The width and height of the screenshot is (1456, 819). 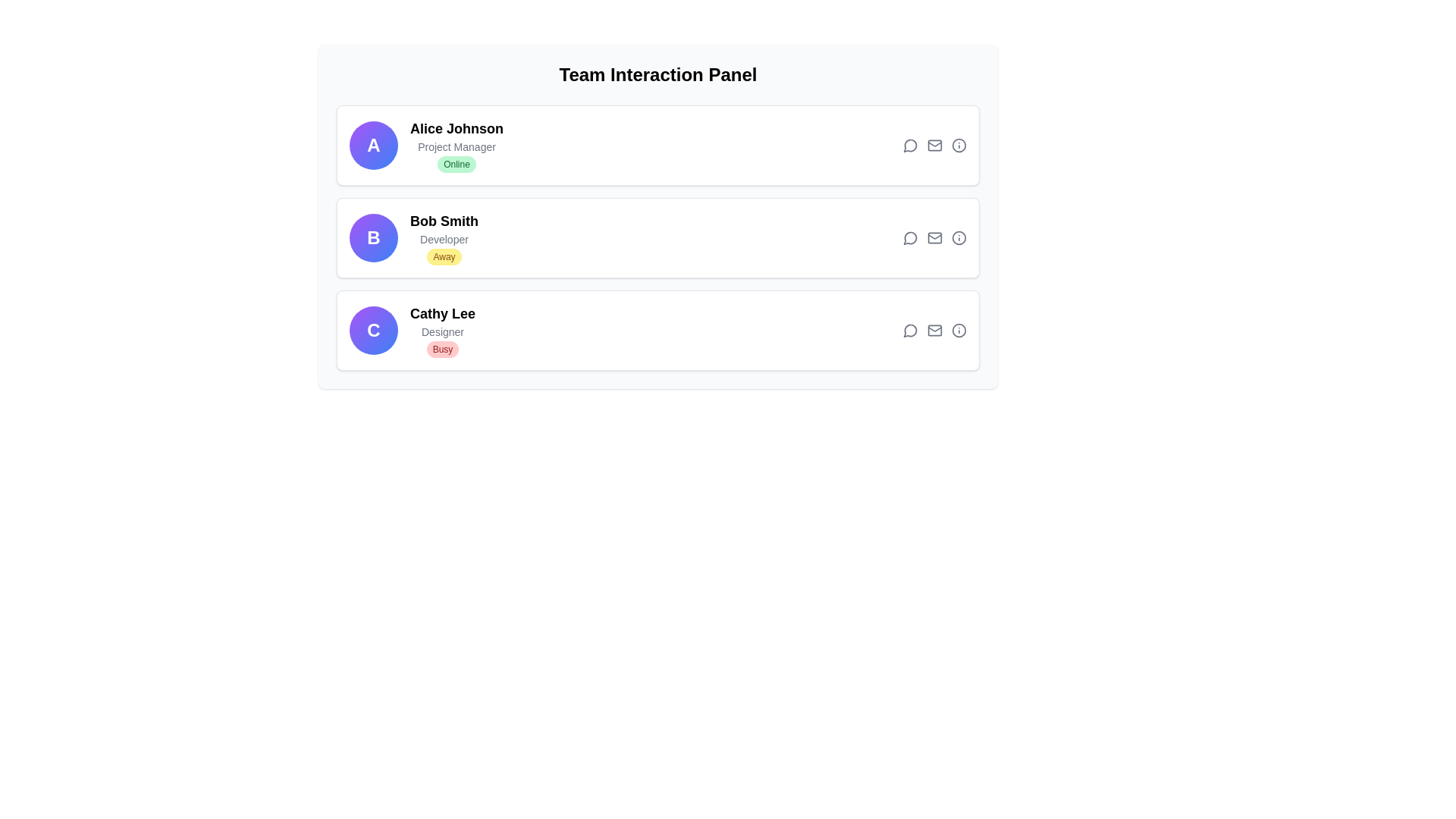 I want to click on the Text header element that serves as the title for the team interaction panel, which is located at the very top of the main panel, so click(x=658, y=75).